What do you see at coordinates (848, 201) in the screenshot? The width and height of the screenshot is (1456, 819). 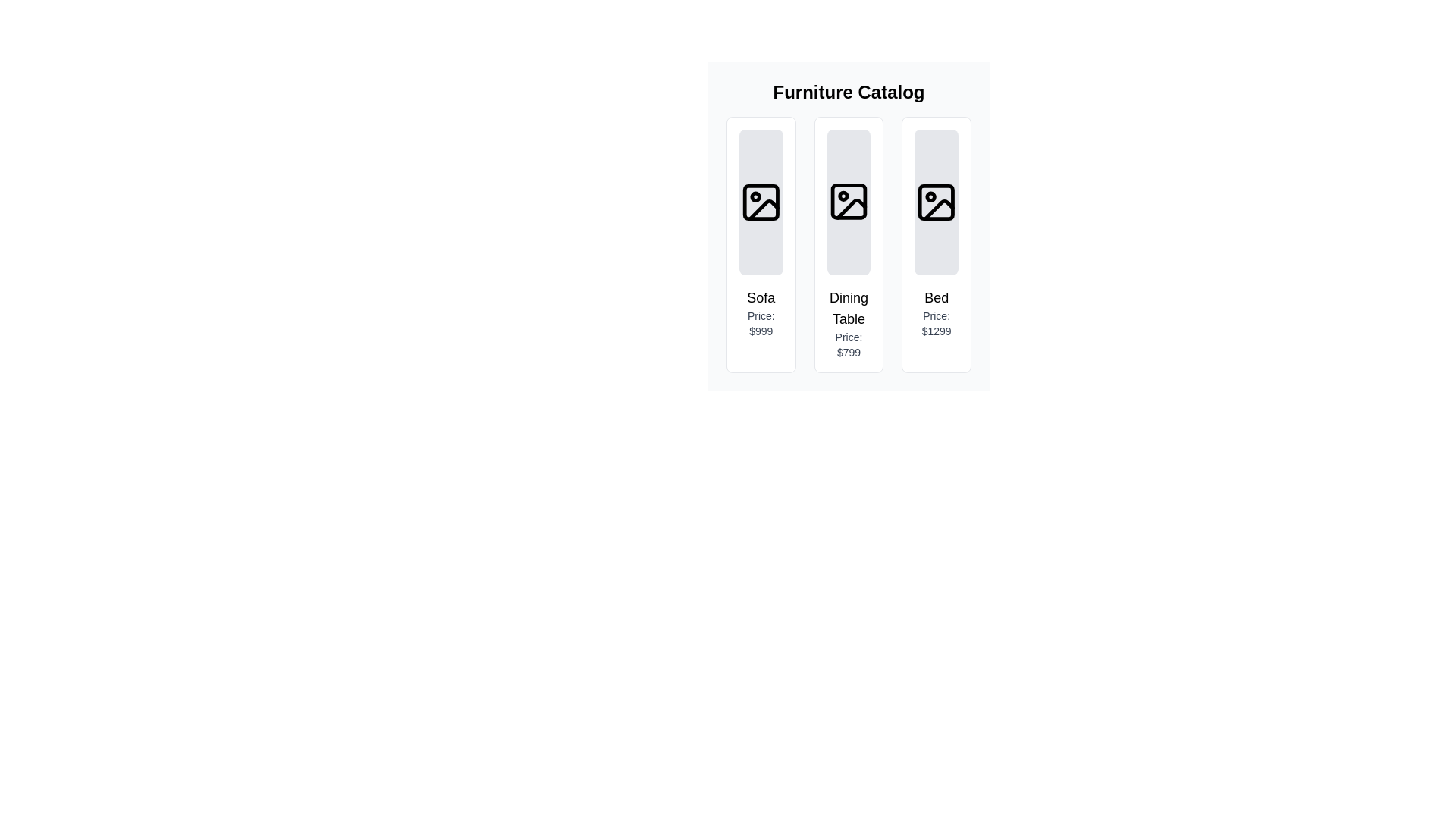 I see `the decorative background of the icon, which is a square with rounded corners and a defined border, located within the image placeholder for 'Dining Table'` at bounding box center [848, 201].